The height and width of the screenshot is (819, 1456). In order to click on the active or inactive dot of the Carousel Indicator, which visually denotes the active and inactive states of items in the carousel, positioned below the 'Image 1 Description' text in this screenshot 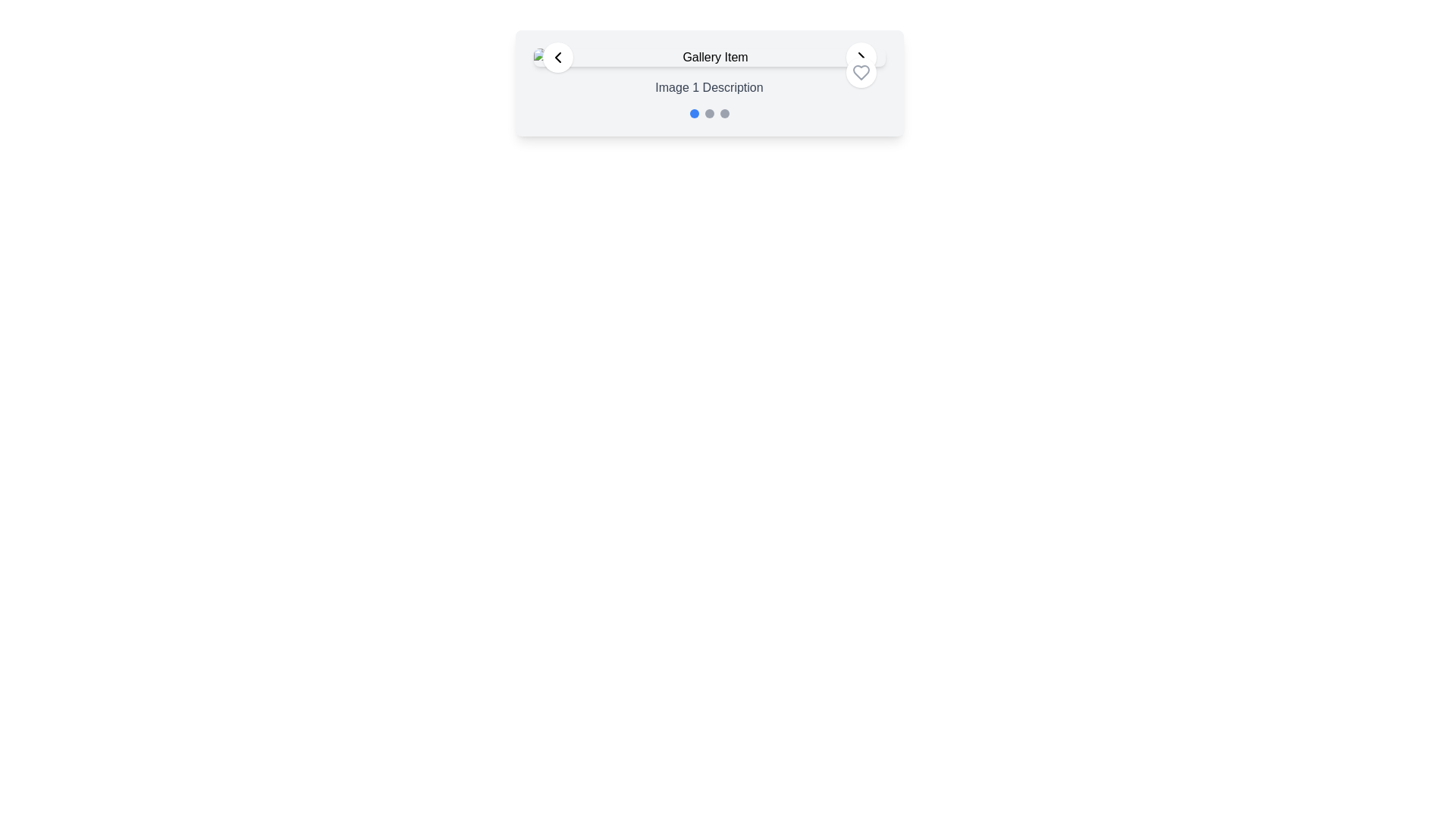, I will do `click(708, 113)`.